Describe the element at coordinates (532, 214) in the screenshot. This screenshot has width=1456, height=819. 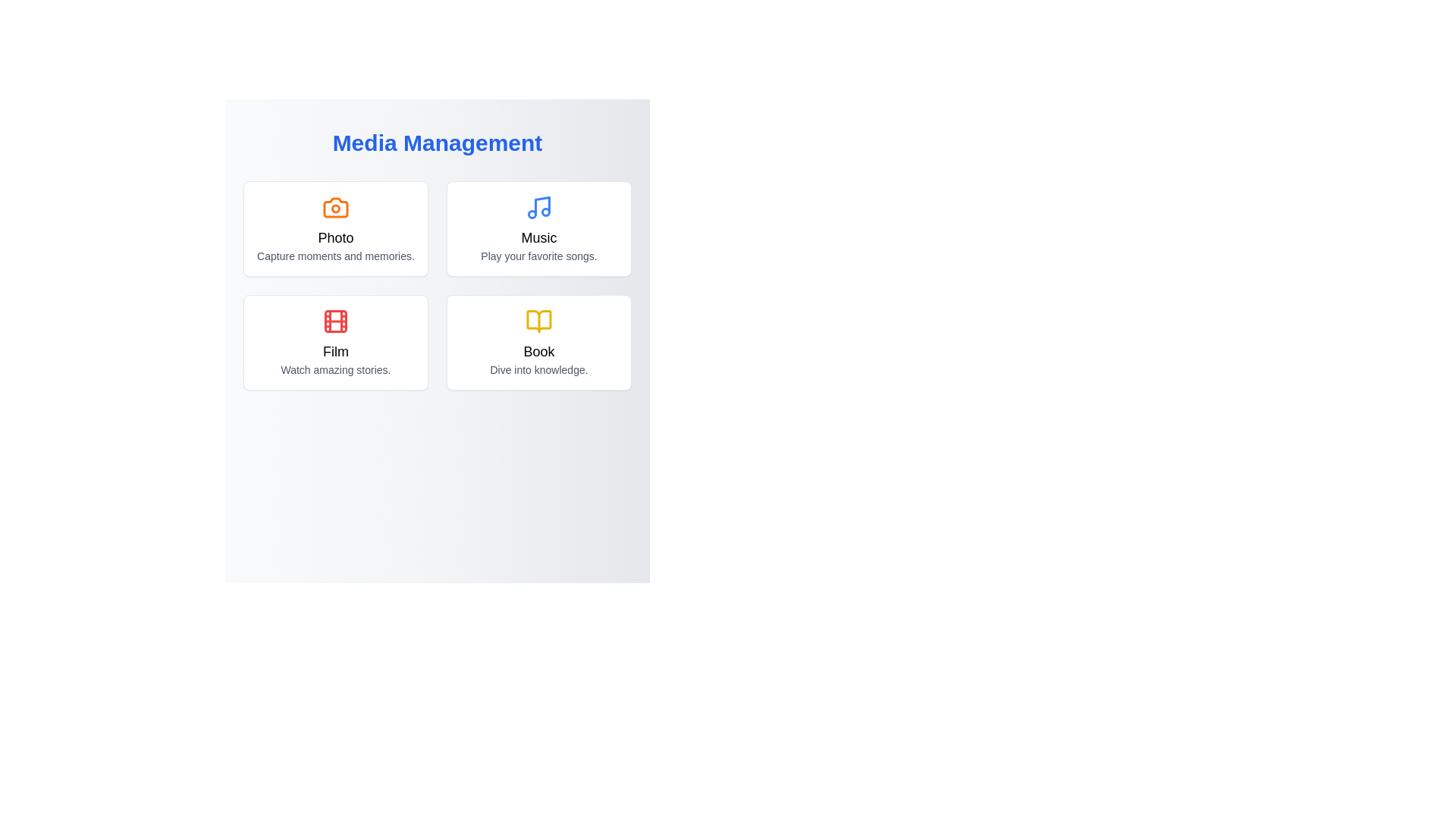
I see `the decorative shape located at the left-bottom position of the 'Music' card's icon, which enhances its visual appeal` at that location.